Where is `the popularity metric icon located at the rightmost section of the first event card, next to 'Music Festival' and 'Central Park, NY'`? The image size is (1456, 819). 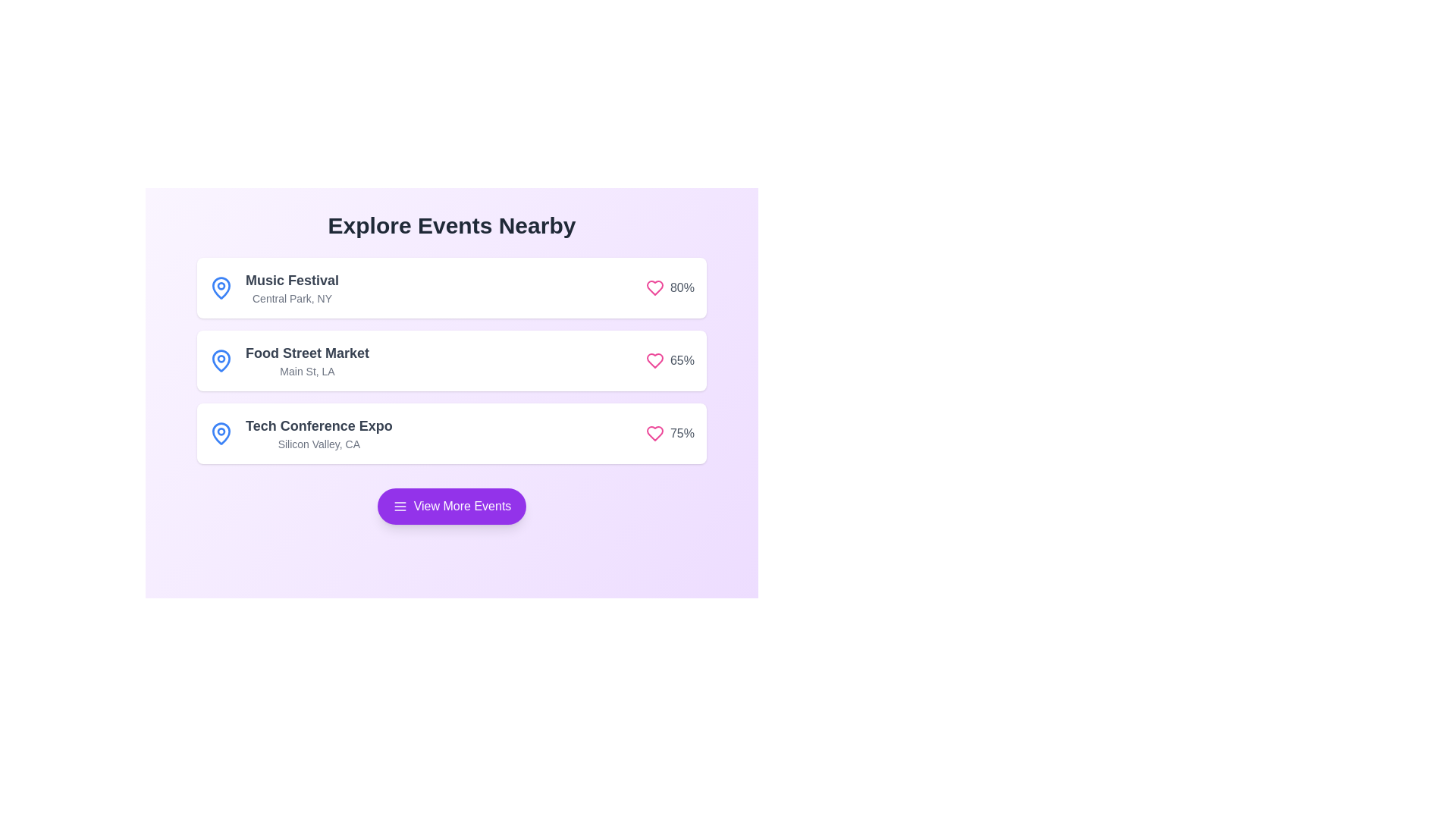 the popularity metric icon located at the rightmost section of the first event card, next to 'Music Festival' and 'Central Park, NY' is located at coordinates (669, 288).